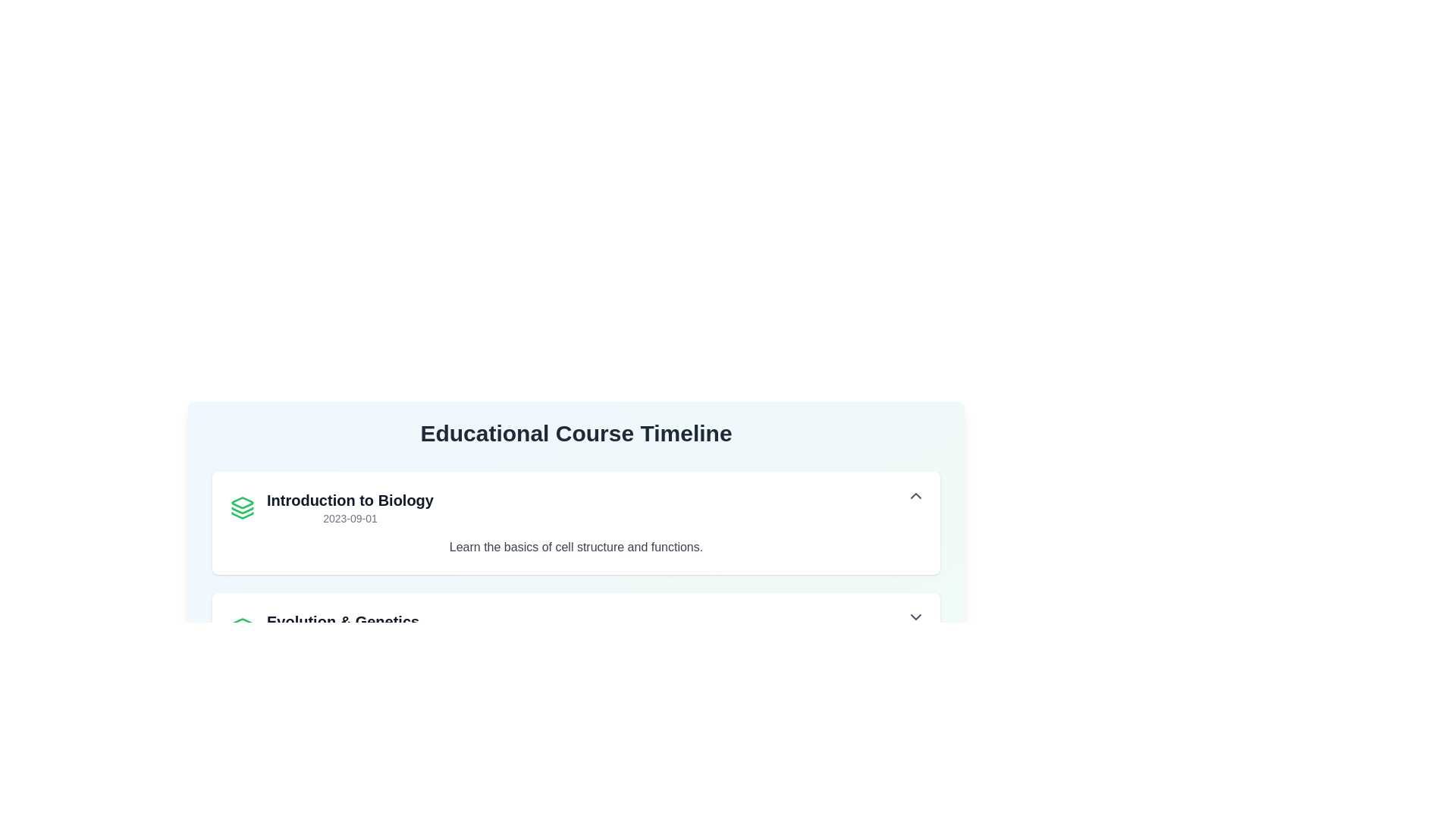  I want to click on text displayed in the Text Content Block element titled 'Introduction to Biology' with the date '2023-09-01', located to the right of a green layered icon in the 'Educational Course Timeline' section, so click(349, 508).